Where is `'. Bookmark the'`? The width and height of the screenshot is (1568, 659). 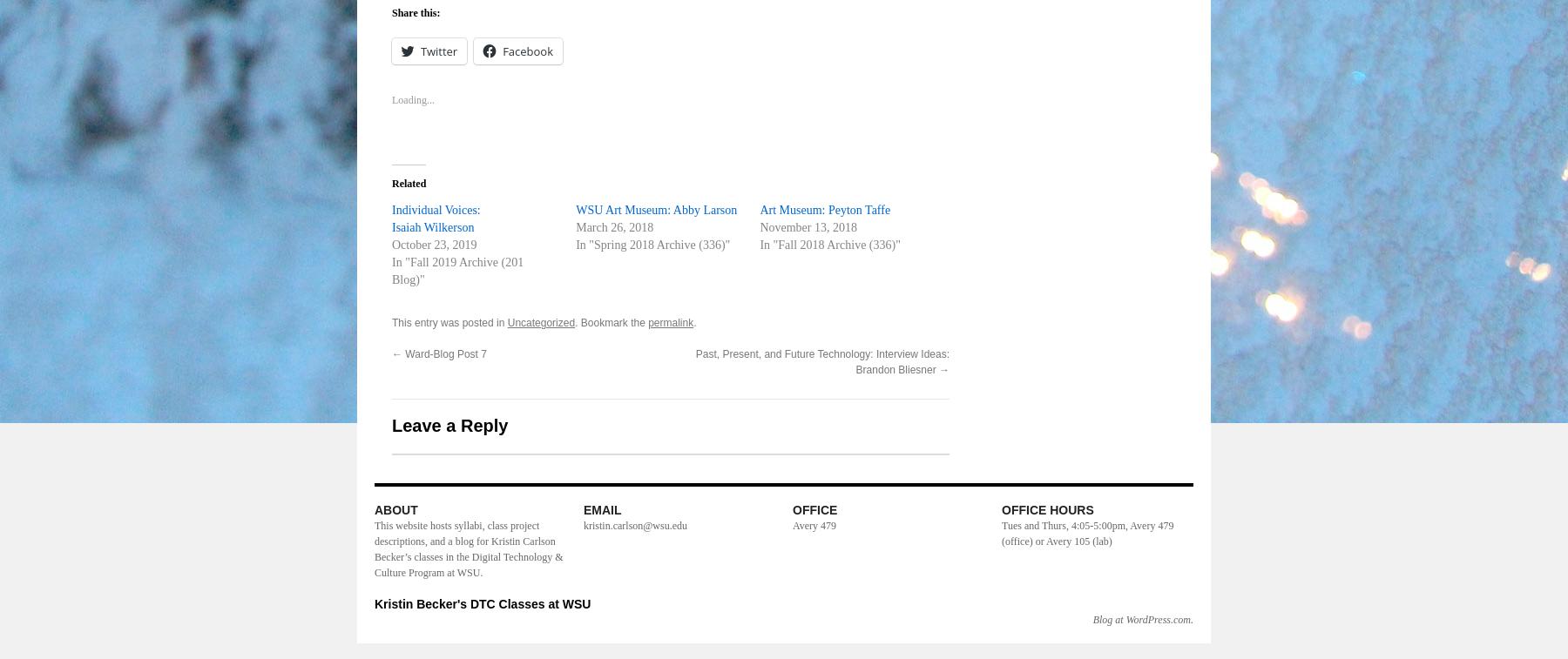 '. Bookmark the' is located at coordinates (611, 322).